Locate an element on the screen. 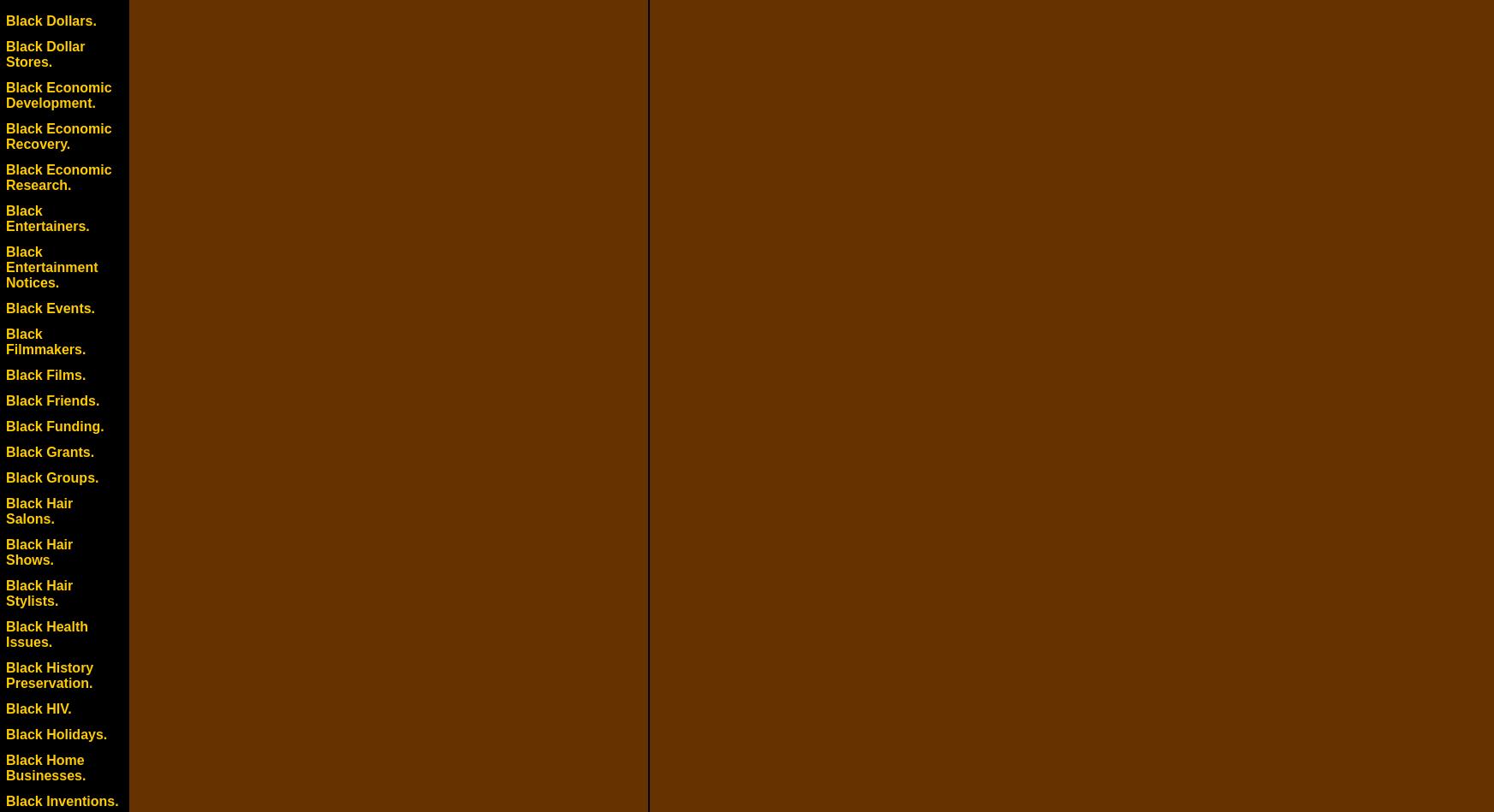 The image size is (1494, 812). 'Black Friends.' is located at coordinates (51, 400).